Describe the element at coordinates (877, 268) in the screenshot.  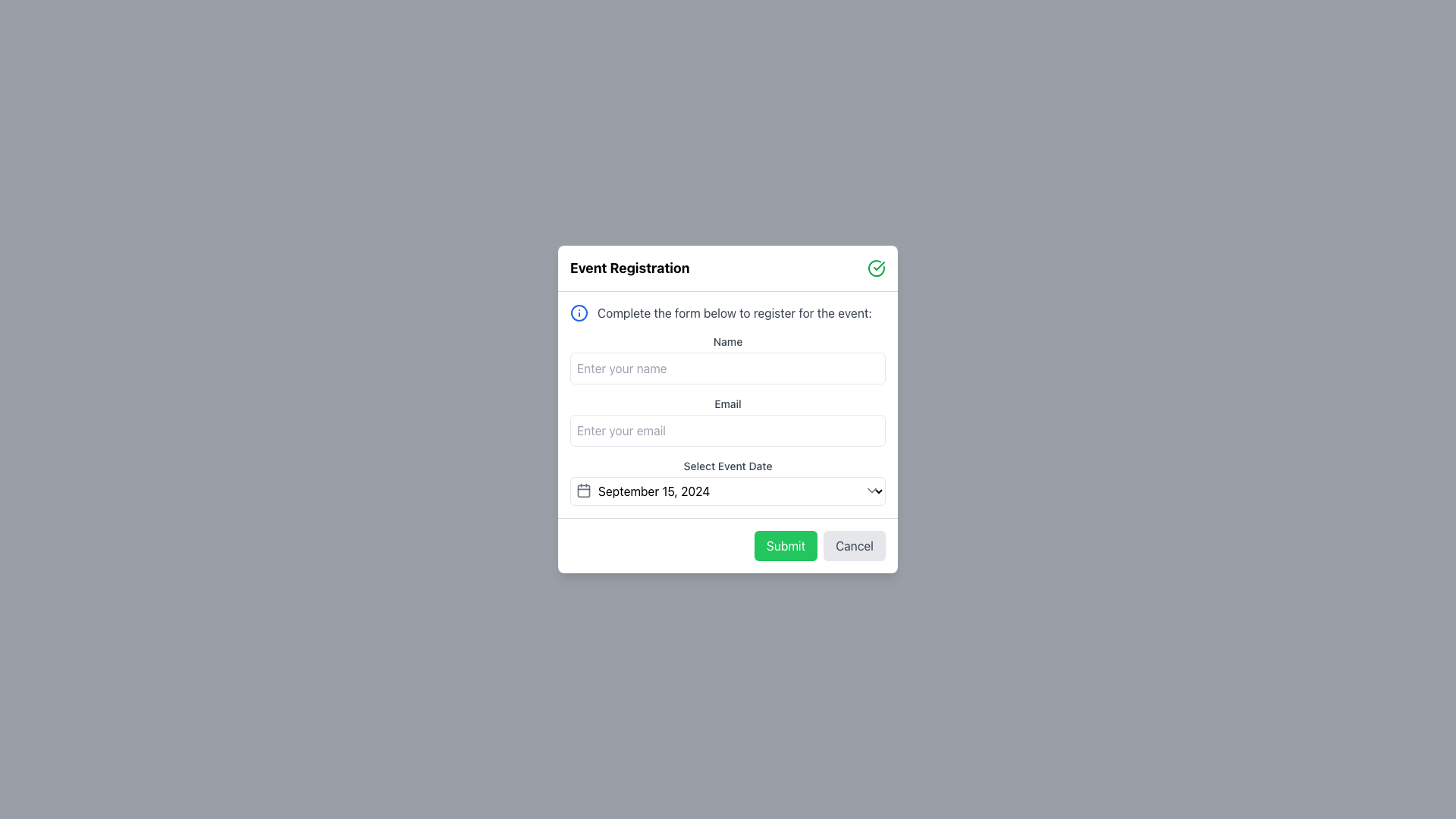
I see `the green circular icon with a checkmark inside it located in the upper-right corner of the 'Event Registration' header section` at that location.